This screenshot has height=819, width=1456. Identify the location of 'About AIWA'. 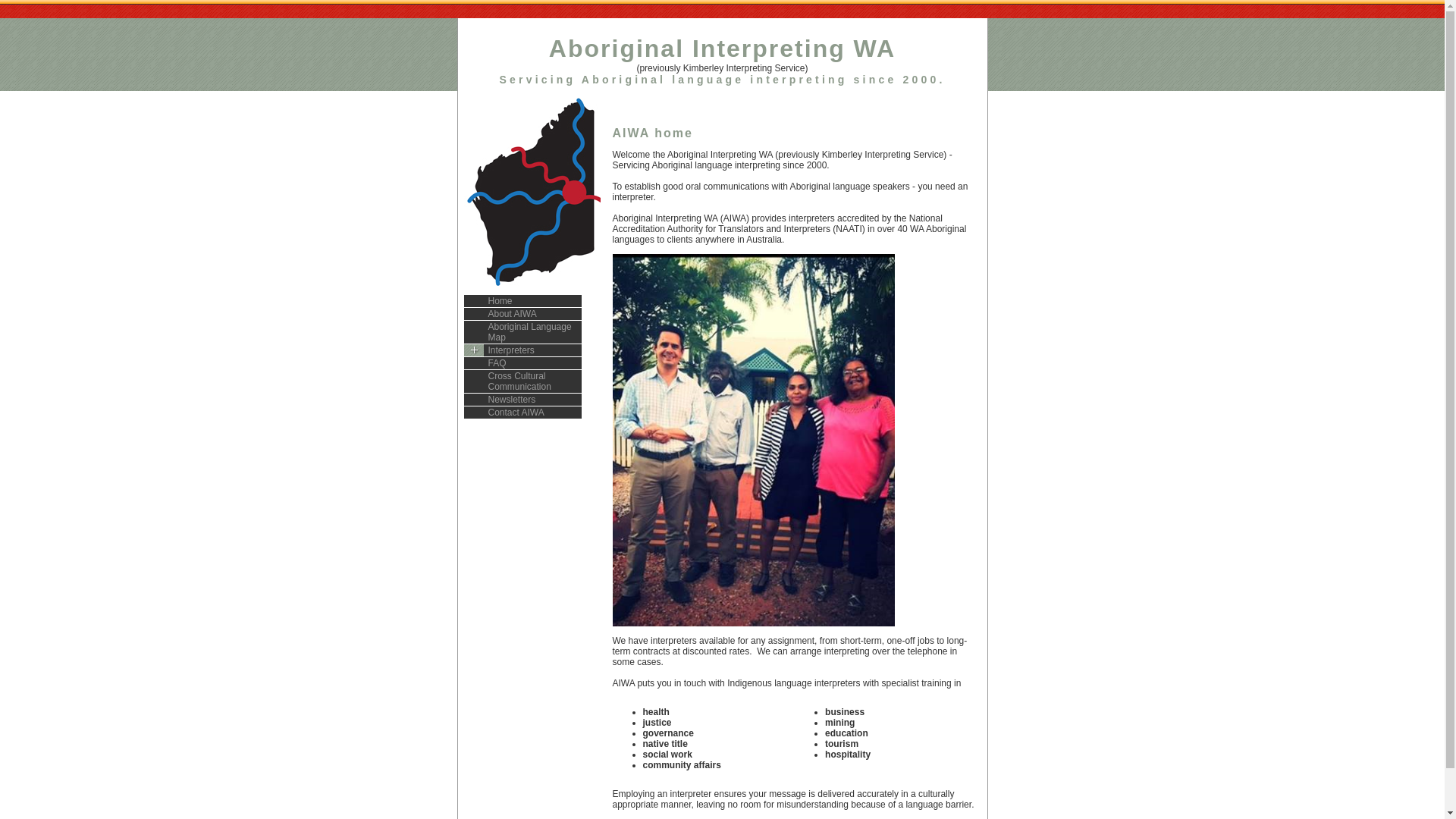
(522, 313).